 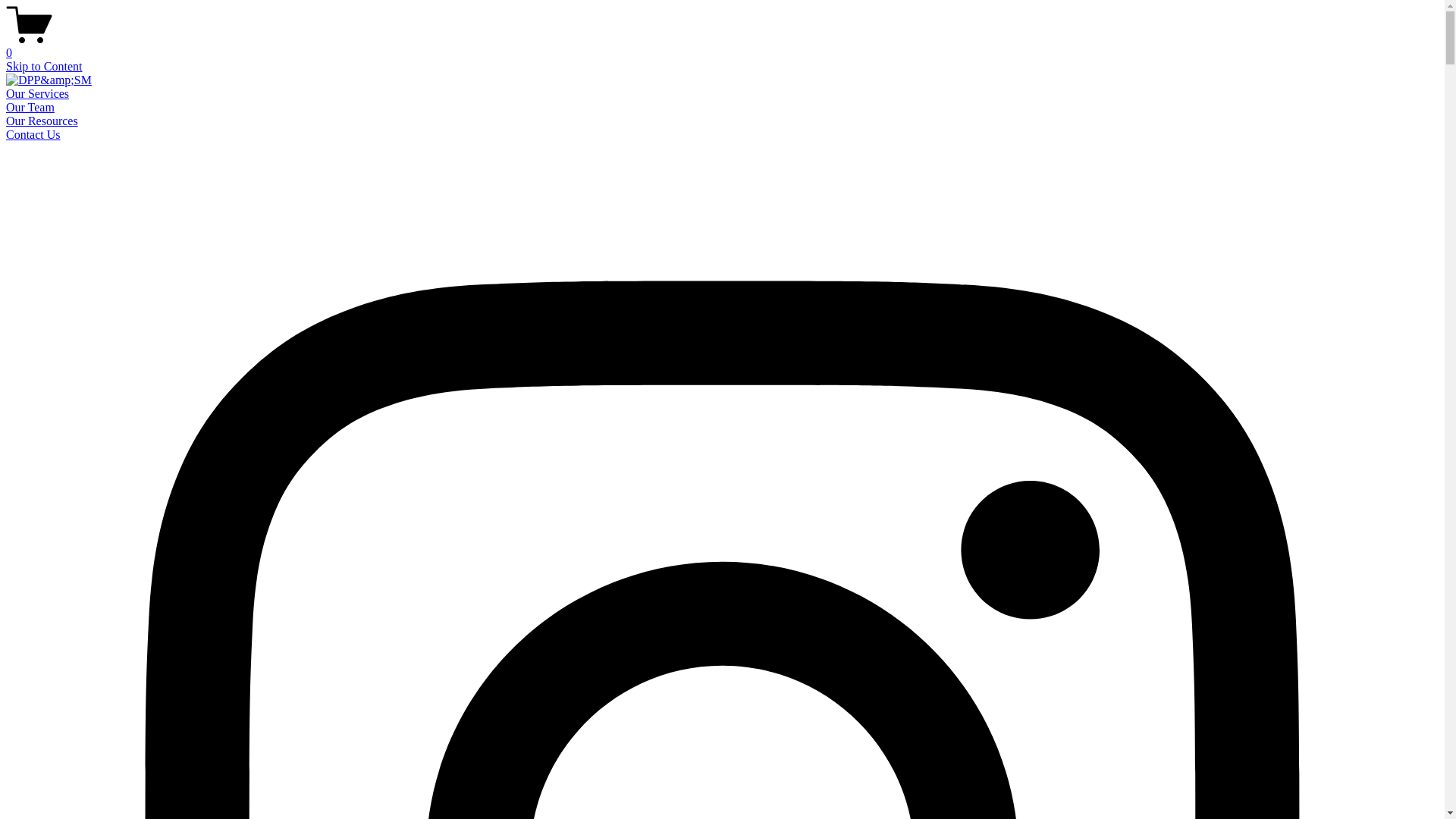 I want to click on 'Skip to Content', so click(x=43, y=65).